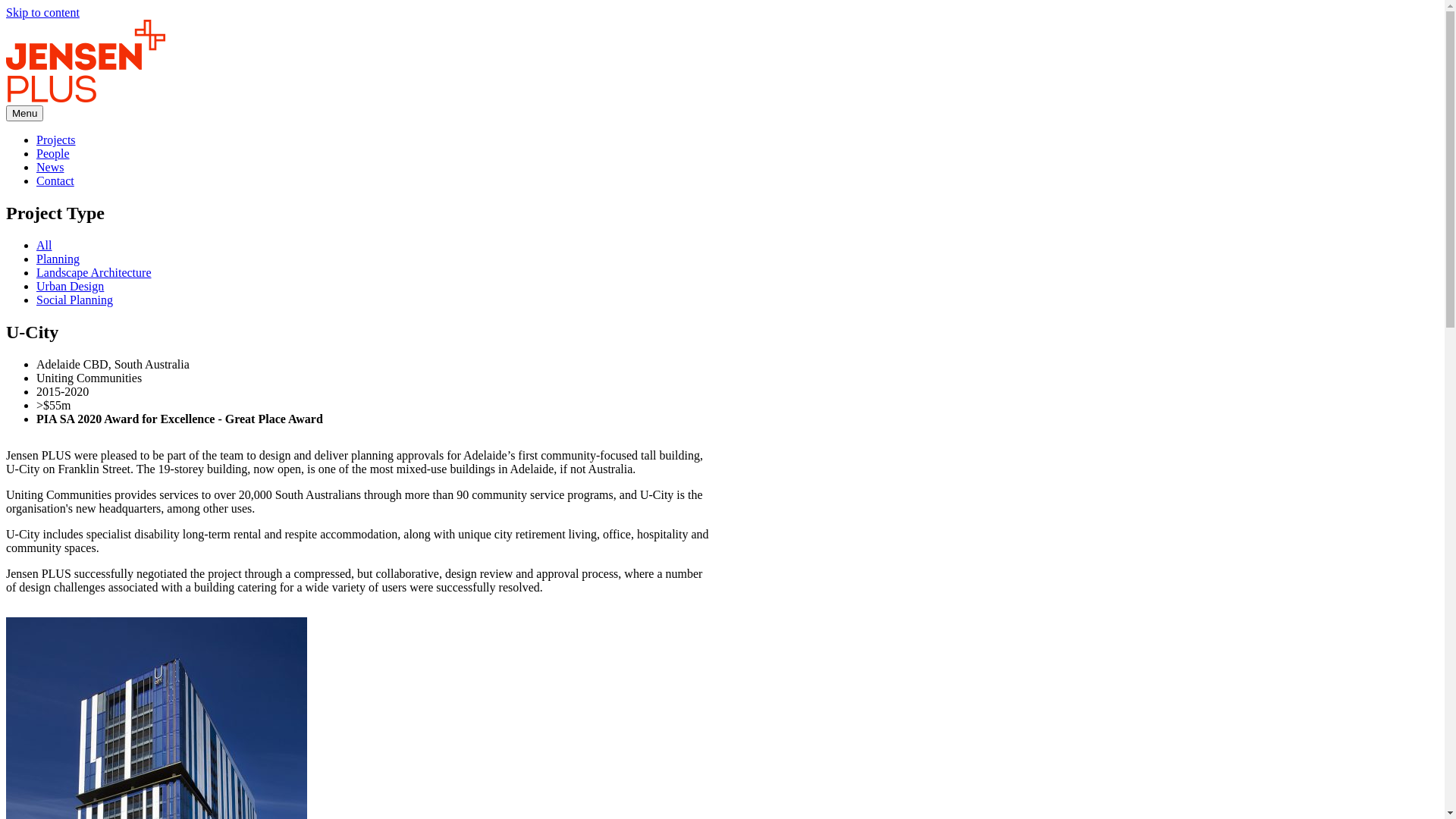 The image size is (1456, 819). Describe the element at coordinates (85, 60) in the screenshot. I see `'Jensen Plus'` at that location.